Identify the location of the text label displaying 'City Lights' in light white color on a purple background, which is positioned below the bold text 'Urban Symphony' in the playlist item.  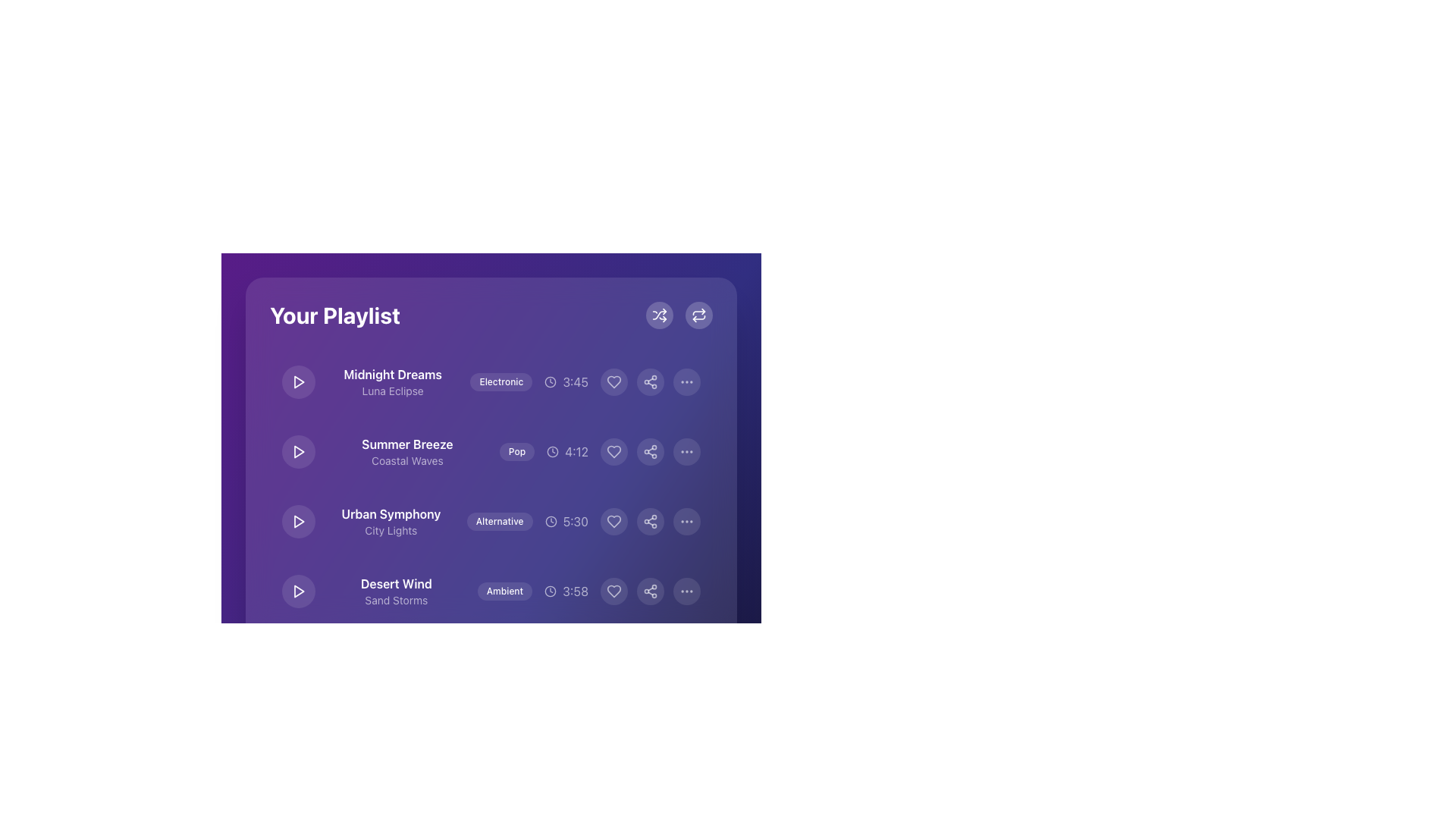
(391, 529).